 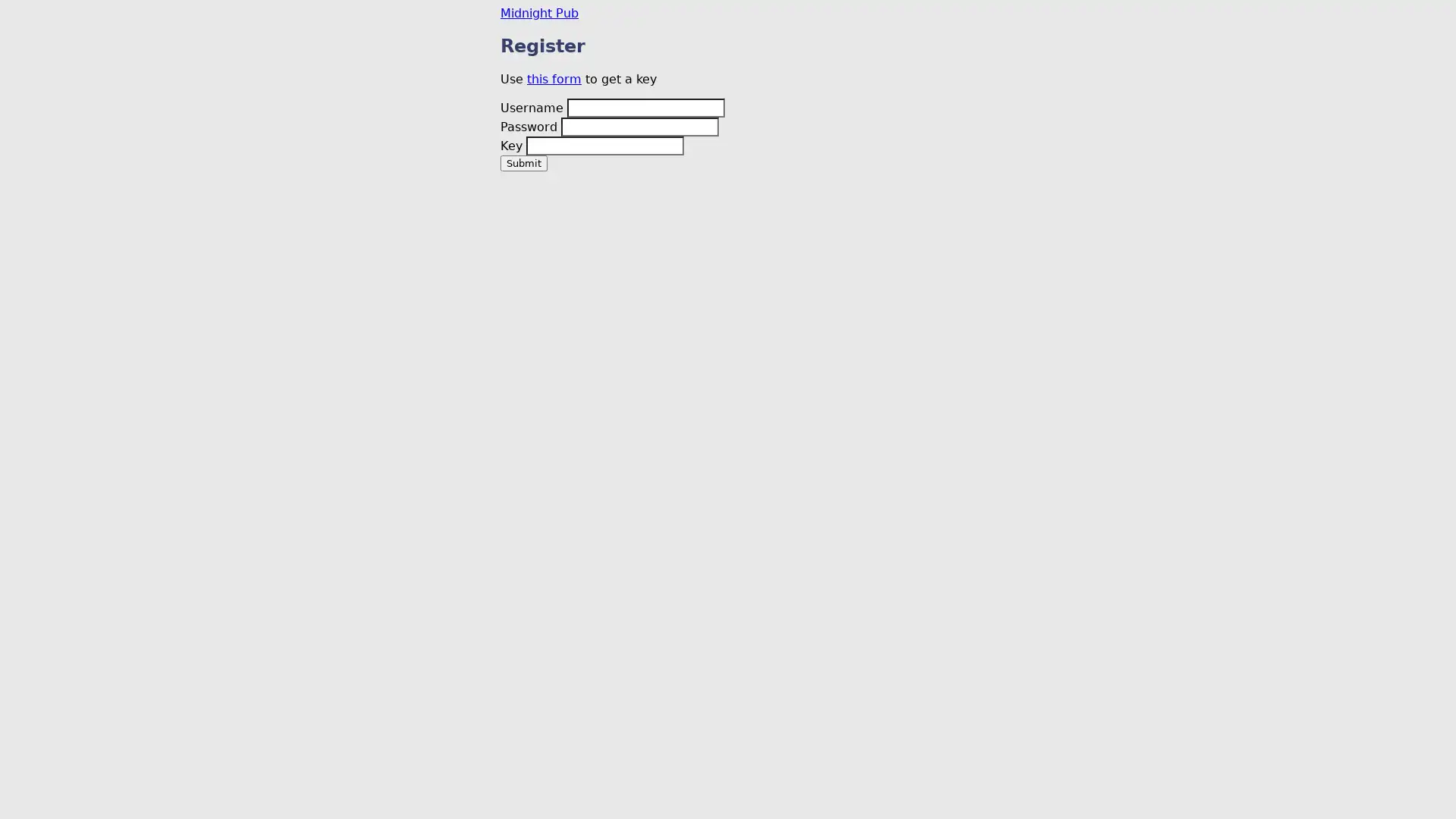 I want to click on Submit, so click(x=524, y=162).